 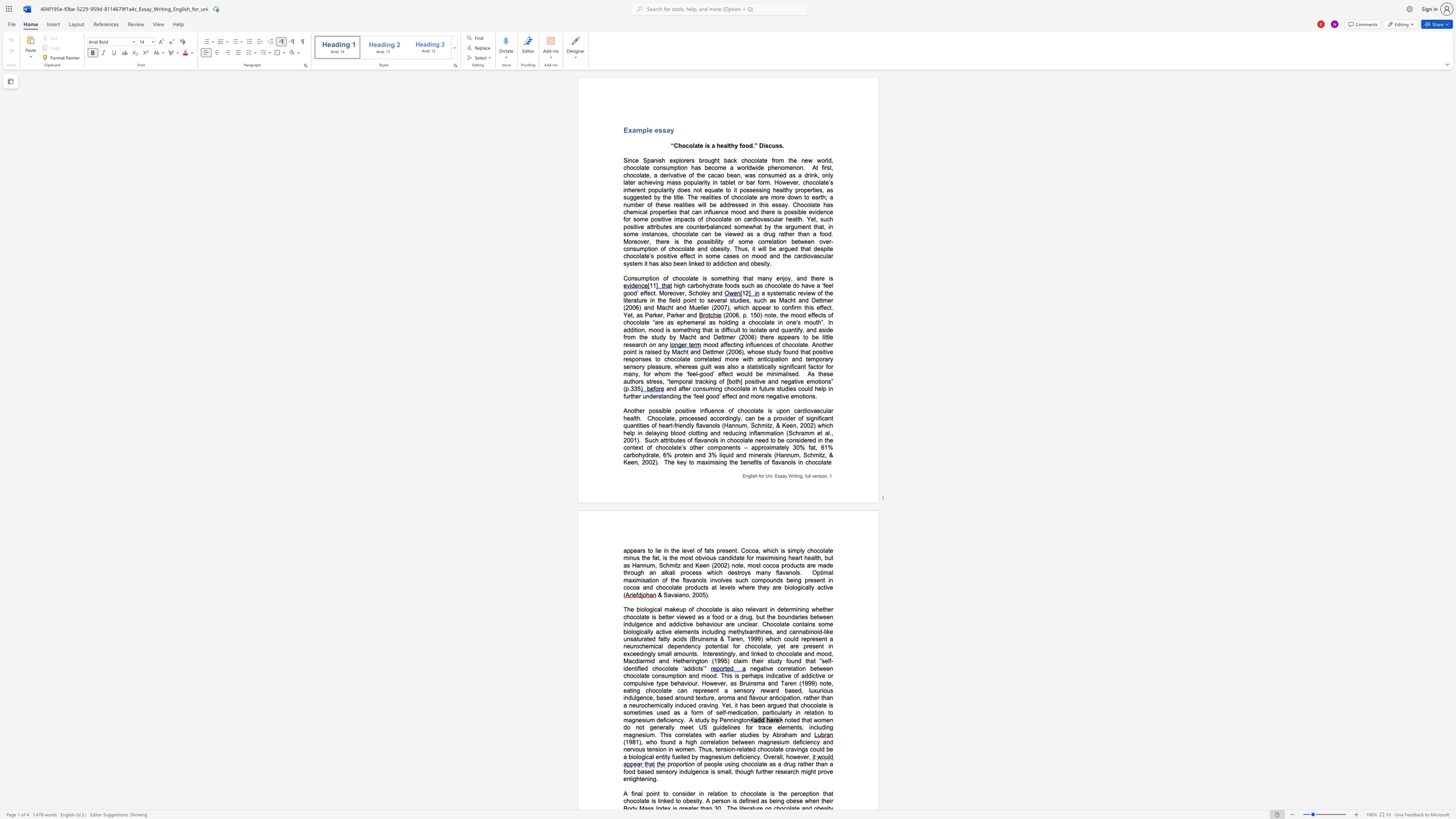 What do you see at coordinates (691, 285) in the screenshot?
I see `the subset text "arbohydrate foods such as chocolate do have a ‘feel good’ effect. Moreover," within the text "high carbohydrate foods such as chocolate do have a ‘feel good’ effect. Moreover, Scholey and"` at bounding box center [691, 285].